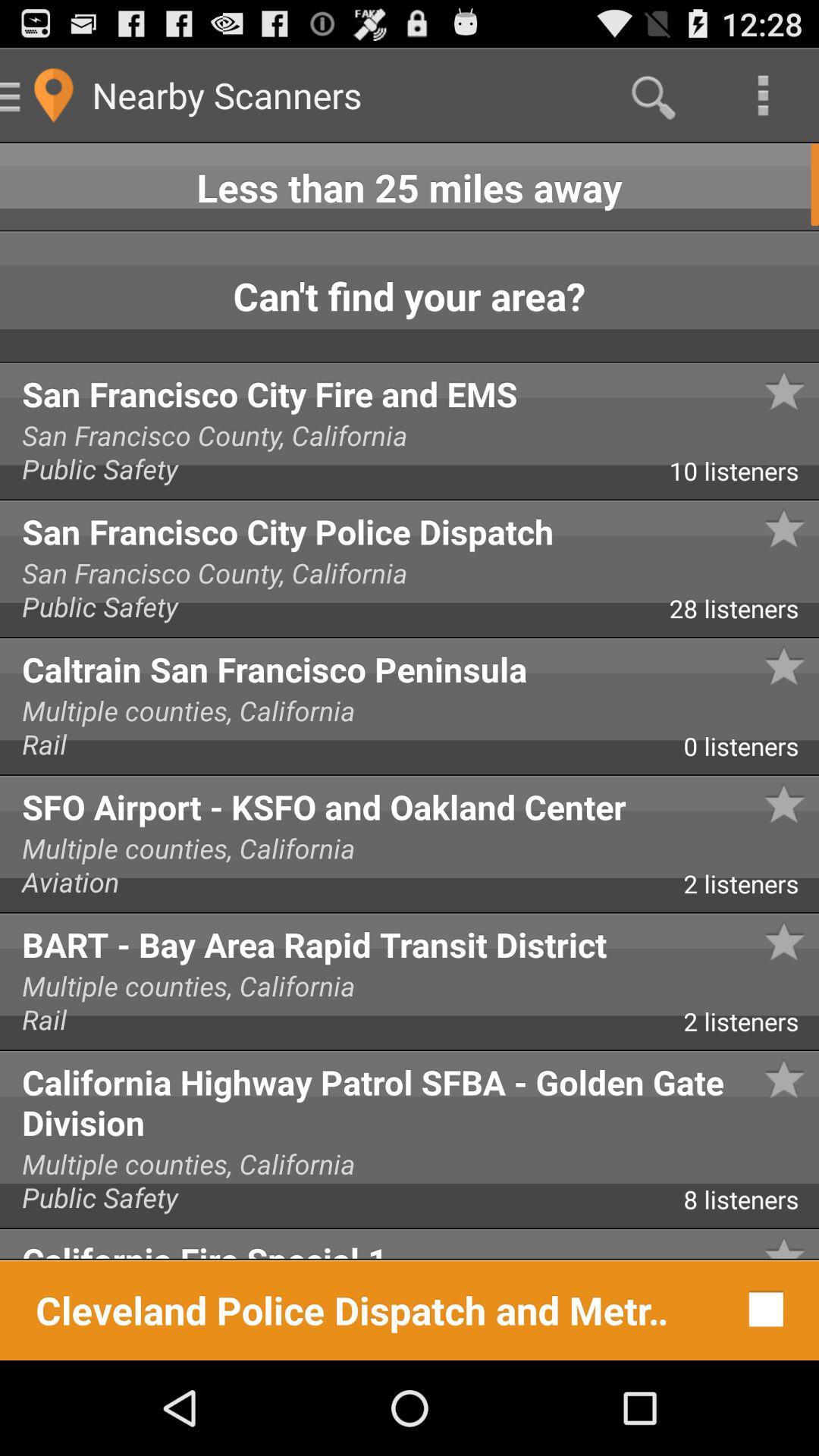 This screenshot has width=819, height=1456. Describe the element at coordinates (762, 1308) in the screenshot. I see `icon to the right of the cleveland police dispatch button` at that location.